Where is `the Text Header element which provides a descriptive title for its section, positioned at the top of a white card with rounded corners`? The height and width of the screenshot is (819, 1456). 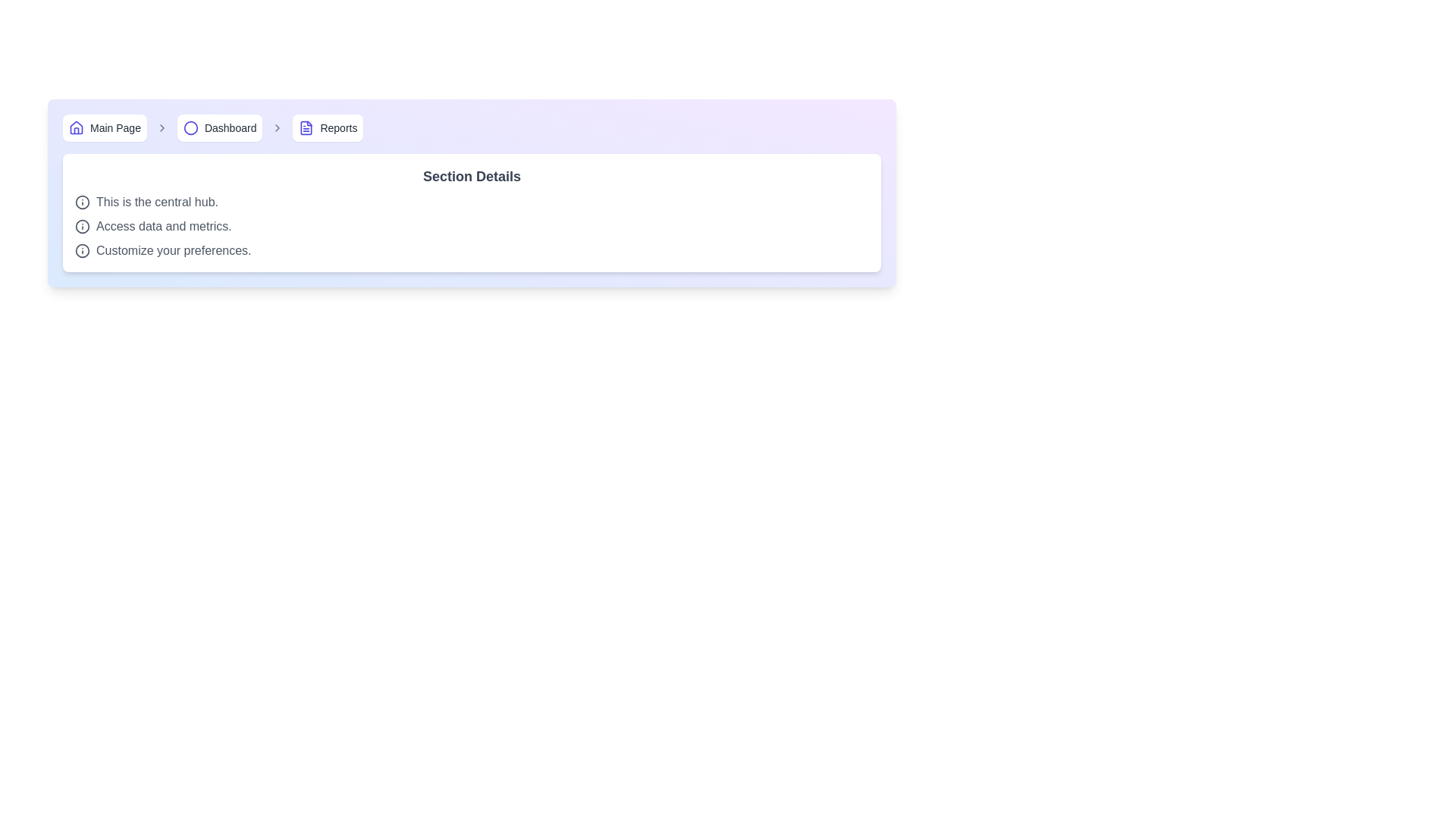 the Text Header element which provides a descriptive title for its section, positioned at the top of a white card with rounded corners is located at coordinates (471, 175).